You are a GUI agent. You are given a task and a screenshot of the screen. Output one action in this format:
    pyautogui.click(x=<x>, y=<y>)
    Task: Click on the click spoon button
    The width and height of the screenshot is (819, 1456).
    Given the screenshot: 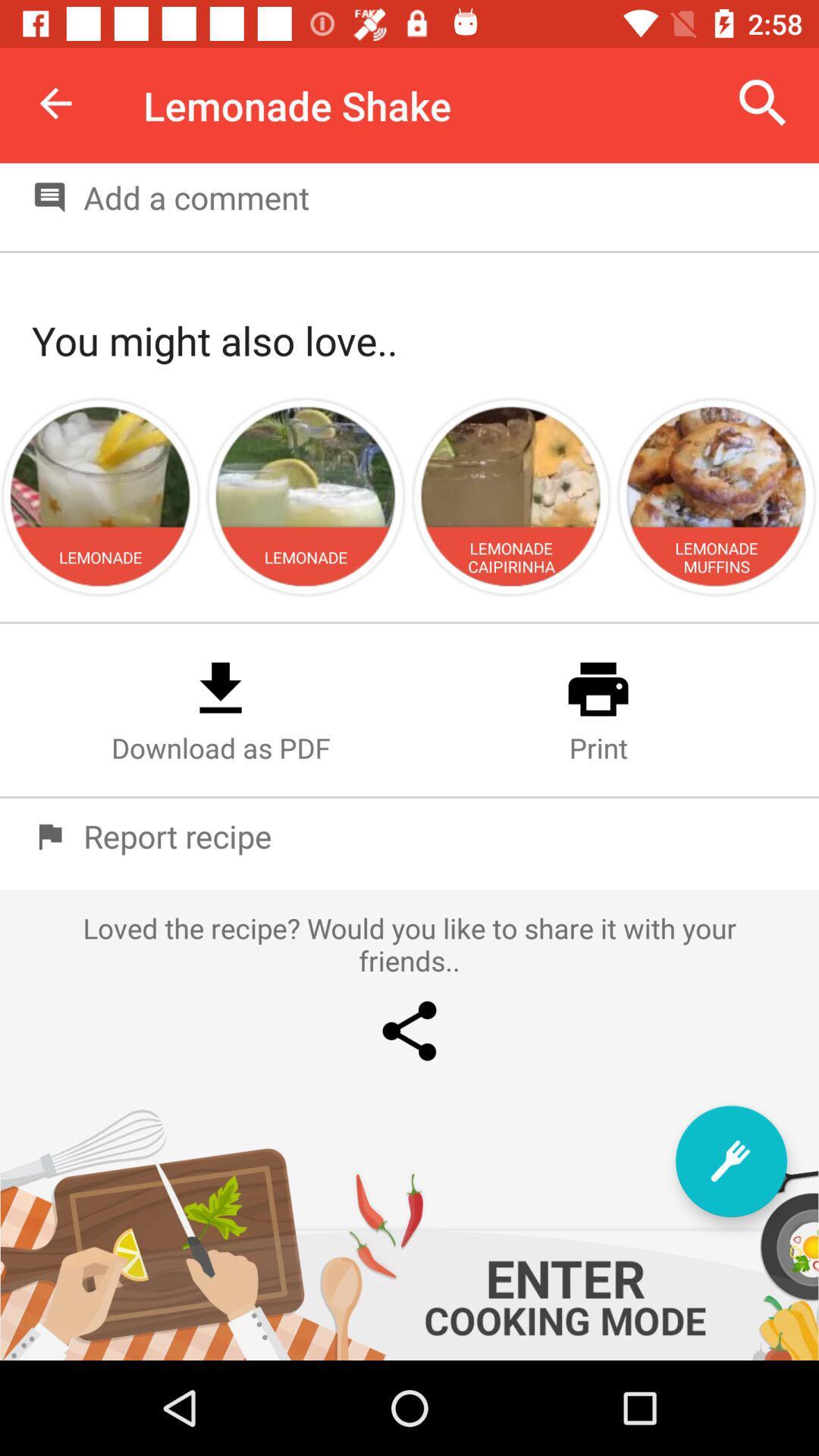 What is the action you would take?
    pyautogui.click(x=730, y=1160)
    